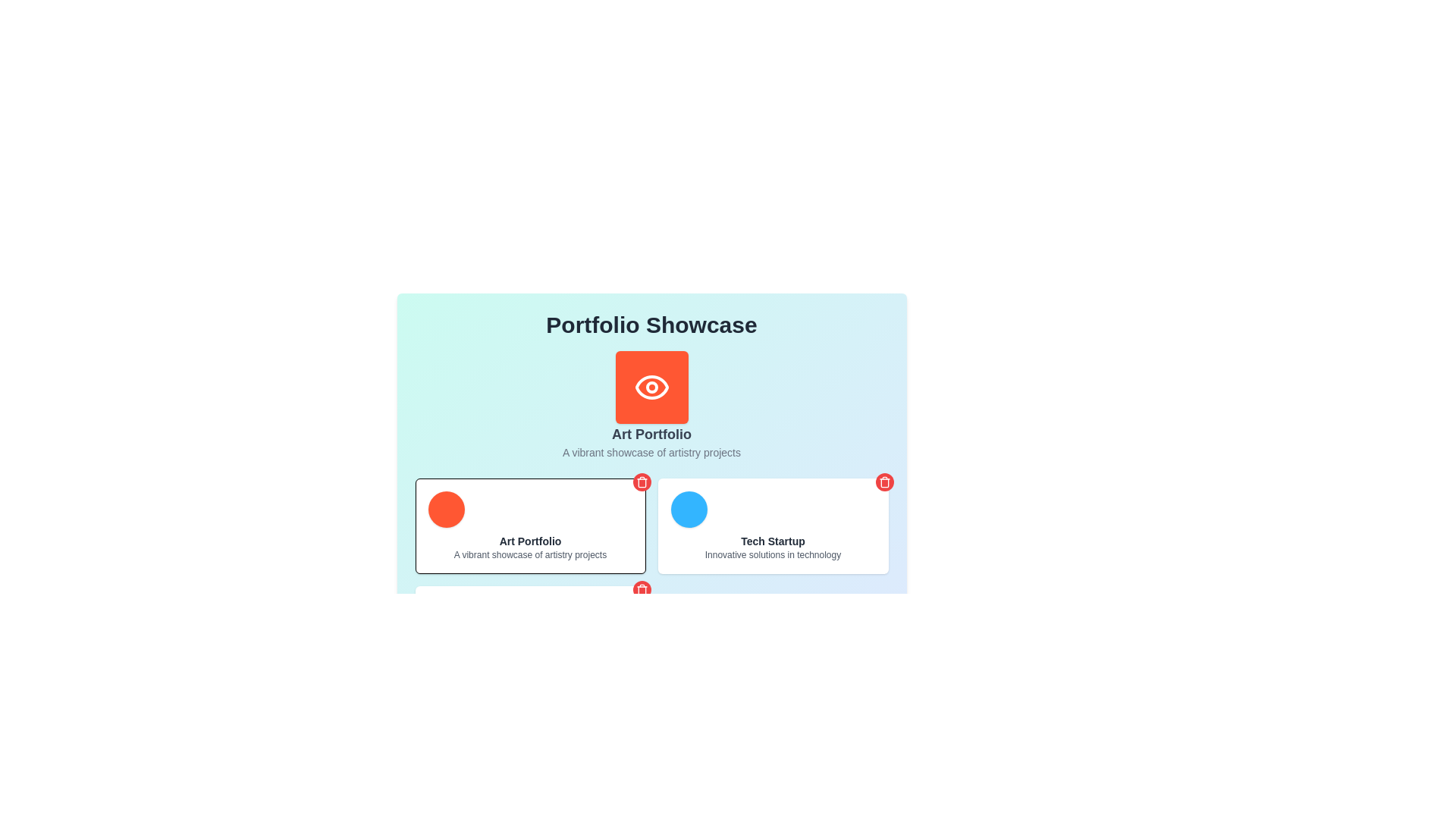 This screenshot has height=819, width=1456. I want to click on the descriptive text that reads 'A vibrant showcase of artistry projects', which is styled in light gray color and positioned below the title 'Art Portfolio' within a card-like component, so click(530, 555).